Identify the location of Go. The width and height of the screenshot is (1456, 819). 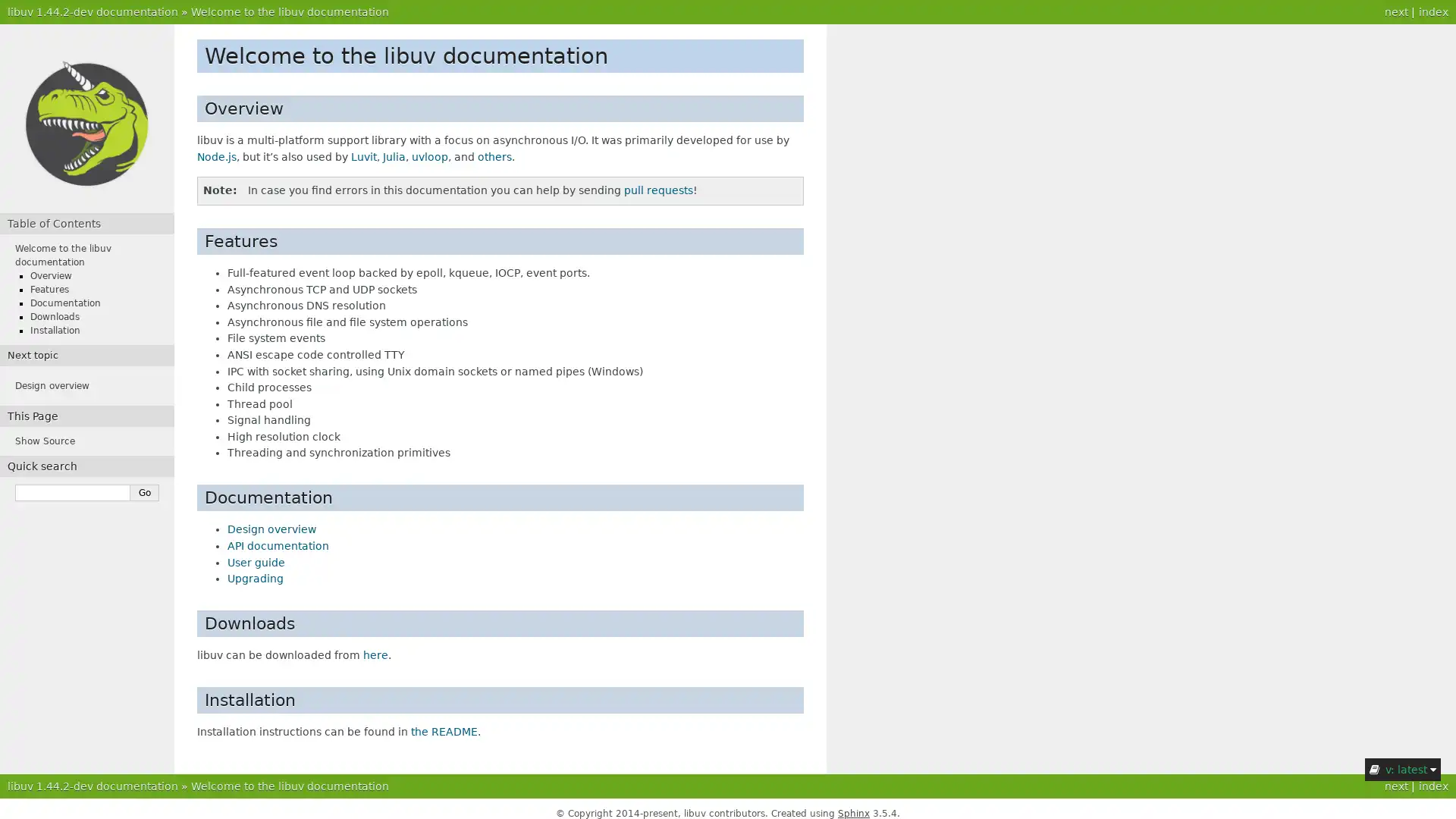
(145, 493).